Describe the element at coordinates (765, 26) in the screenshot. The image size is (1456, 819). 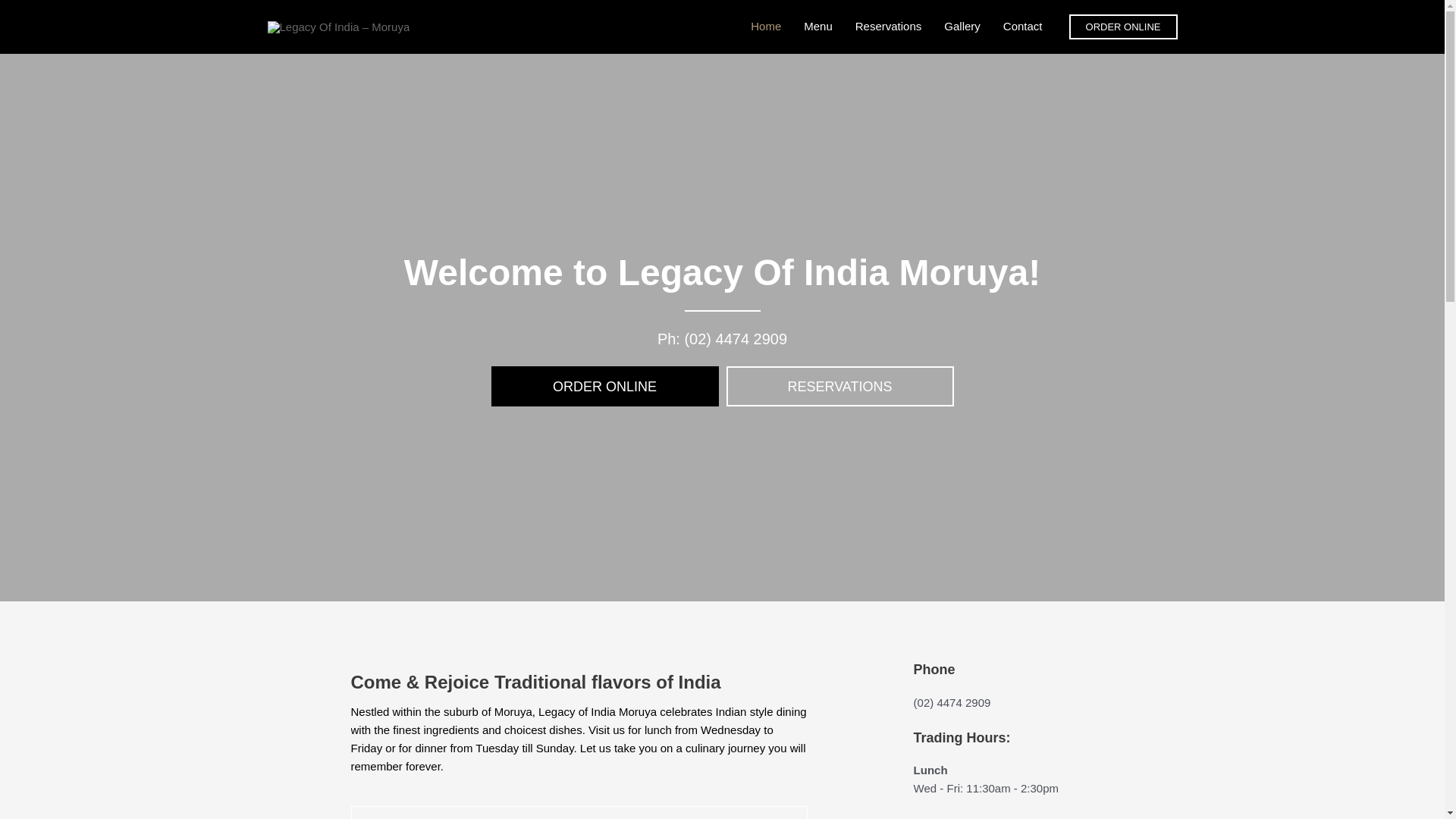
I see `'Home'` at that location.